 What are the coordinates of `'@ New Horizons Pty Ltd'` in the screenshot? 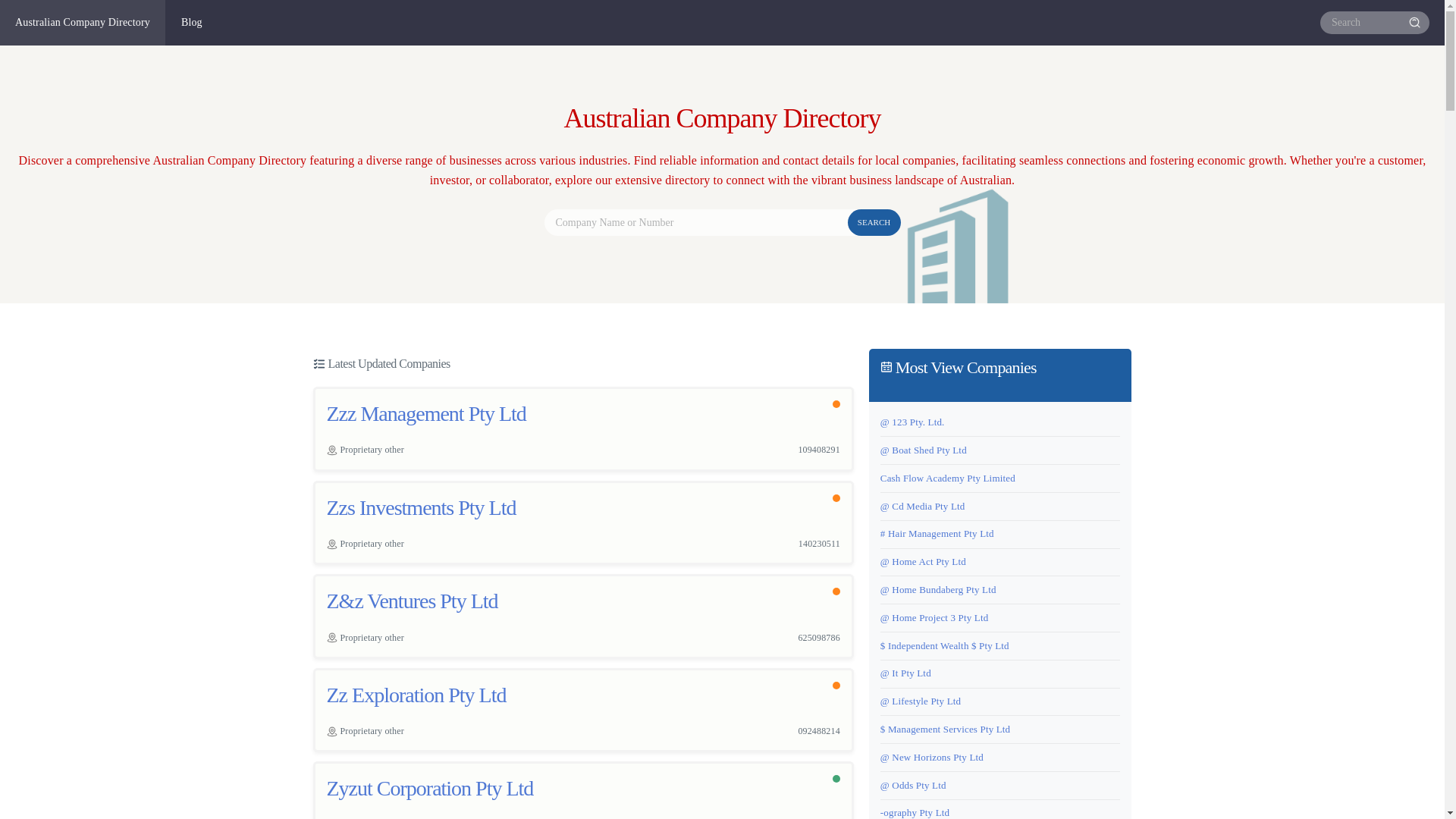 It's located at (930, 757).